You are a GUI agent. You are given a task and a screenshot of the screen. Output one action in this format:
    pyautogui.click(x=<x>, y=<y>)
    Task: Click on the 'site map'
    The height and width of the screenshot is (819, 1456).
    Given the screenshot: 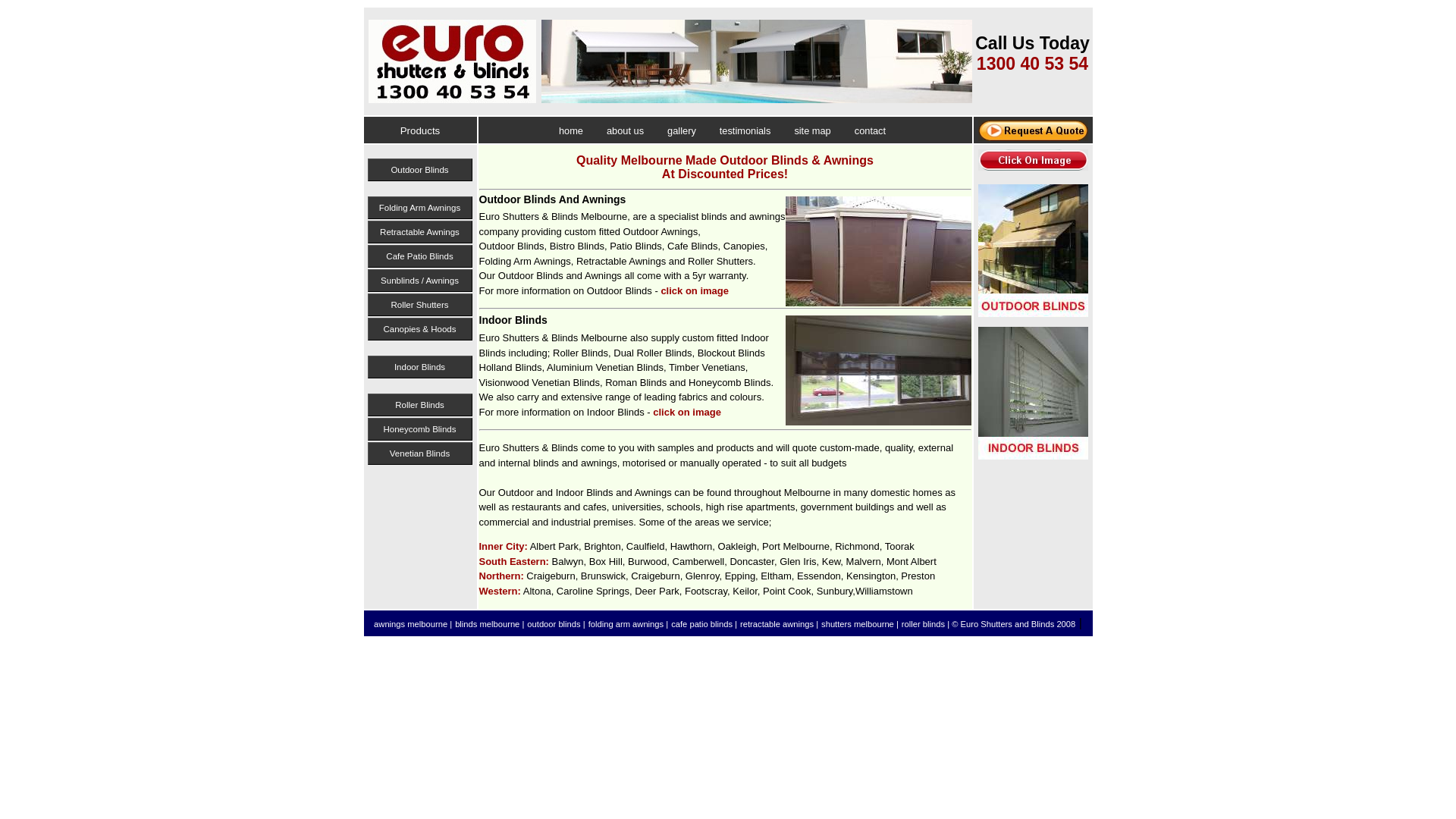 What is the action you would take?
    pyautogui.click(x=811, y=129)
    